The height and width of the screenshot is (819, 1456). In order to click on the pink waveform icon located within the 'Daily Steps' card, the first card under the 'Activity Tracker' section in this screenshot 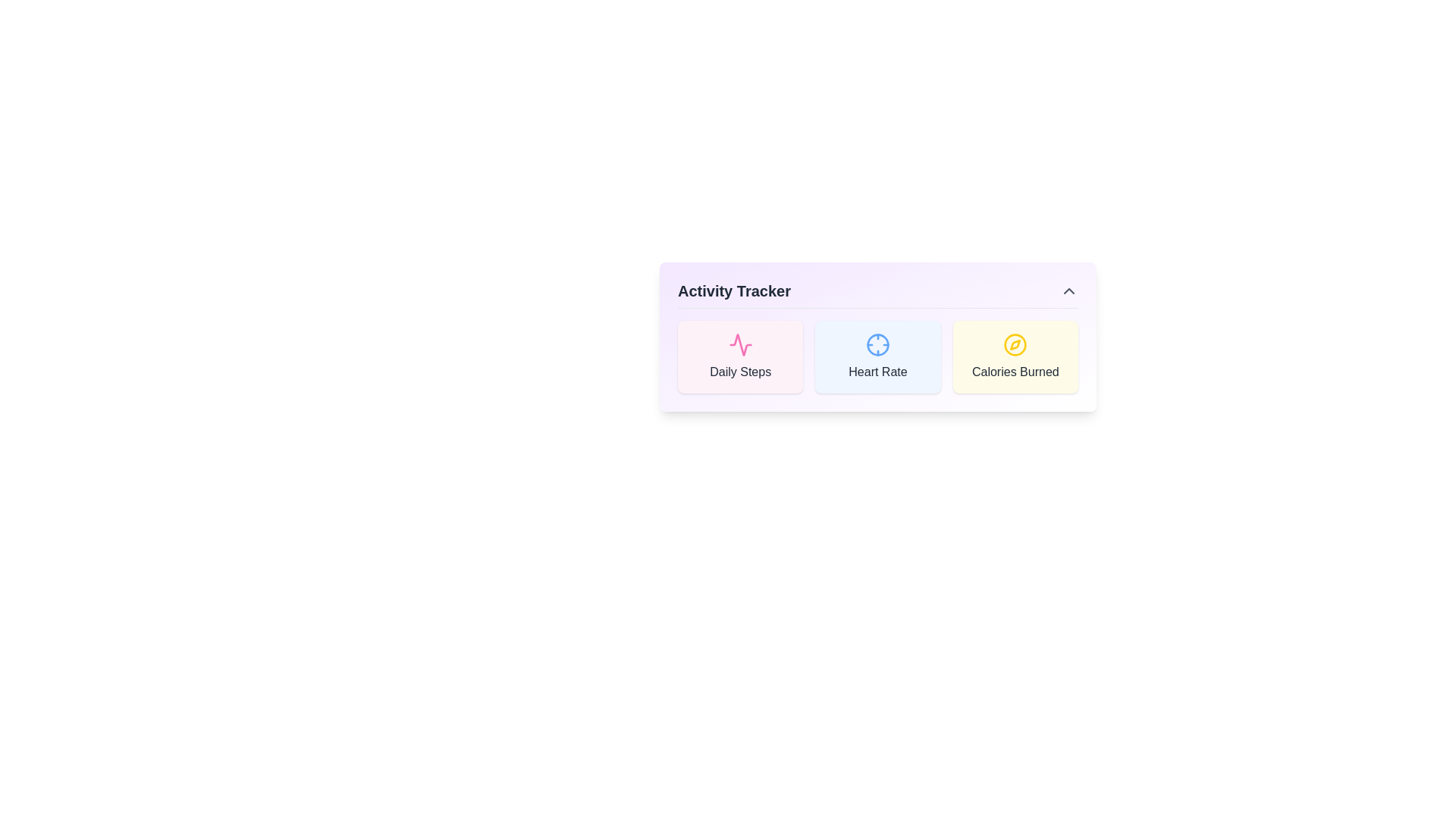, I will do `click(740, 345)`.